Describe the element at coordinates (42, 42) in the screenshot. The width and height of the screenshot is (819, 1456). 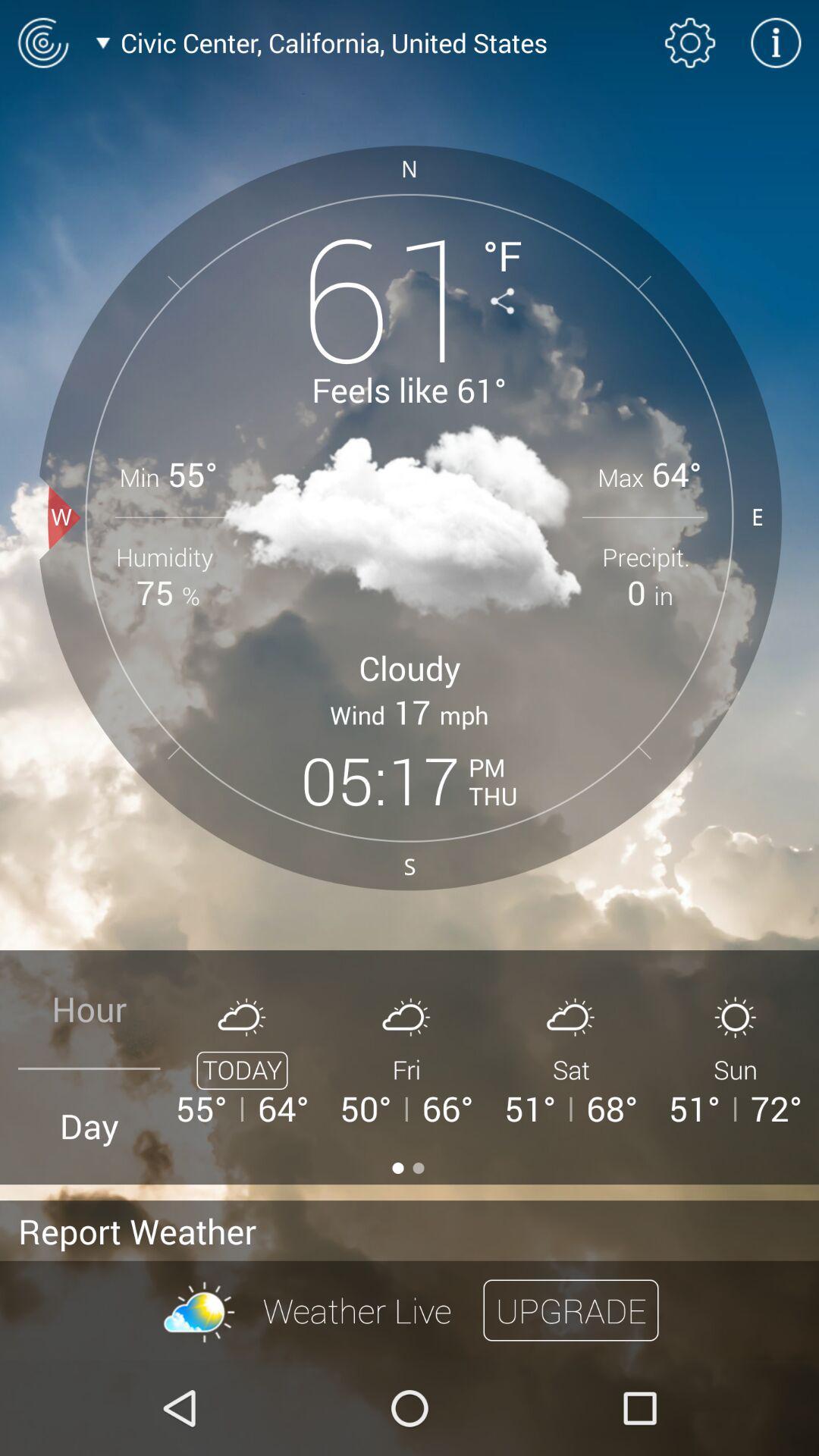
I see `the visibility icon` at that location.